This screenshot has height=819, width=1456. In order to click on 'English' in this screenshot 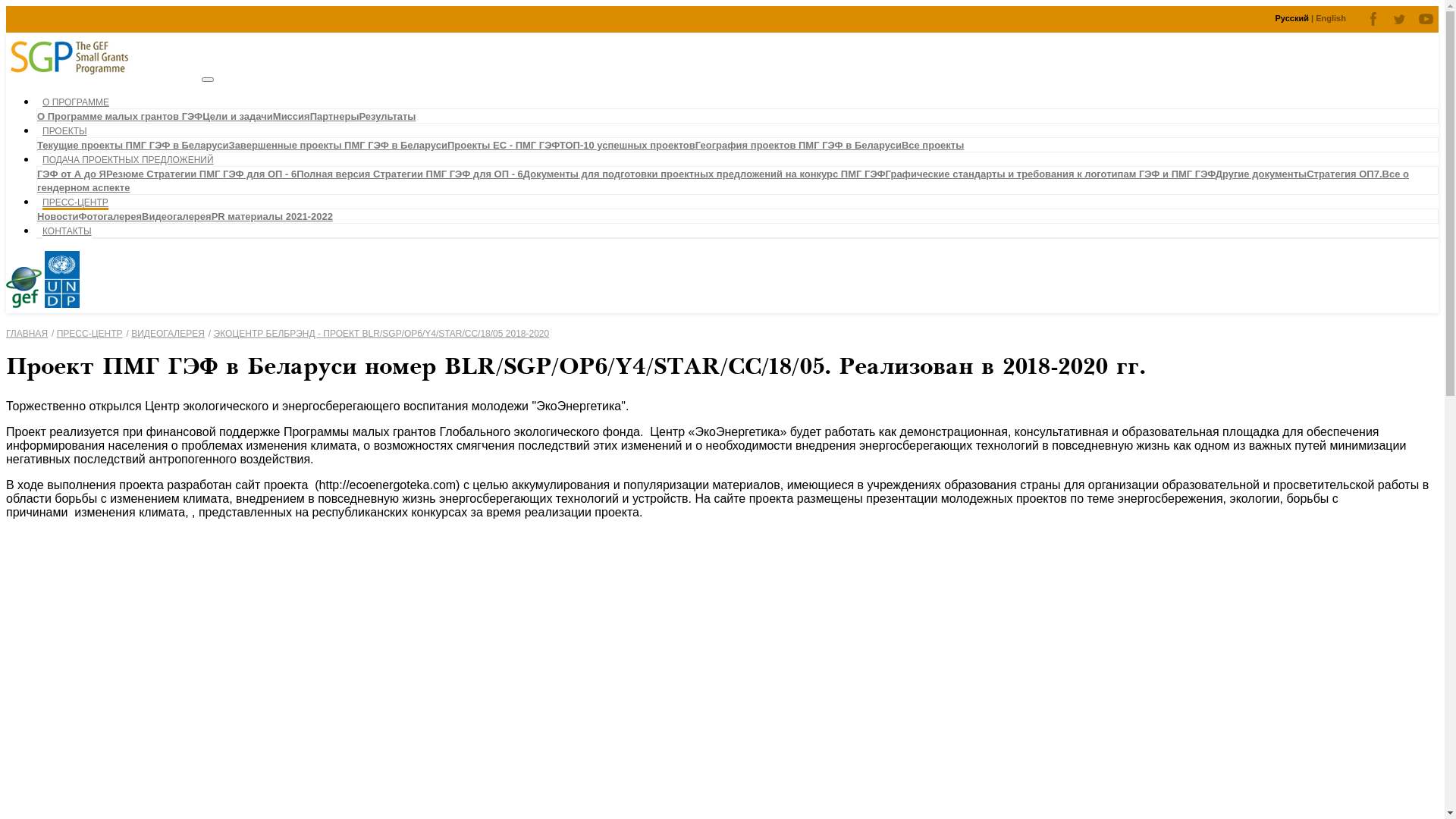, I will do `click(1330, 17)`.